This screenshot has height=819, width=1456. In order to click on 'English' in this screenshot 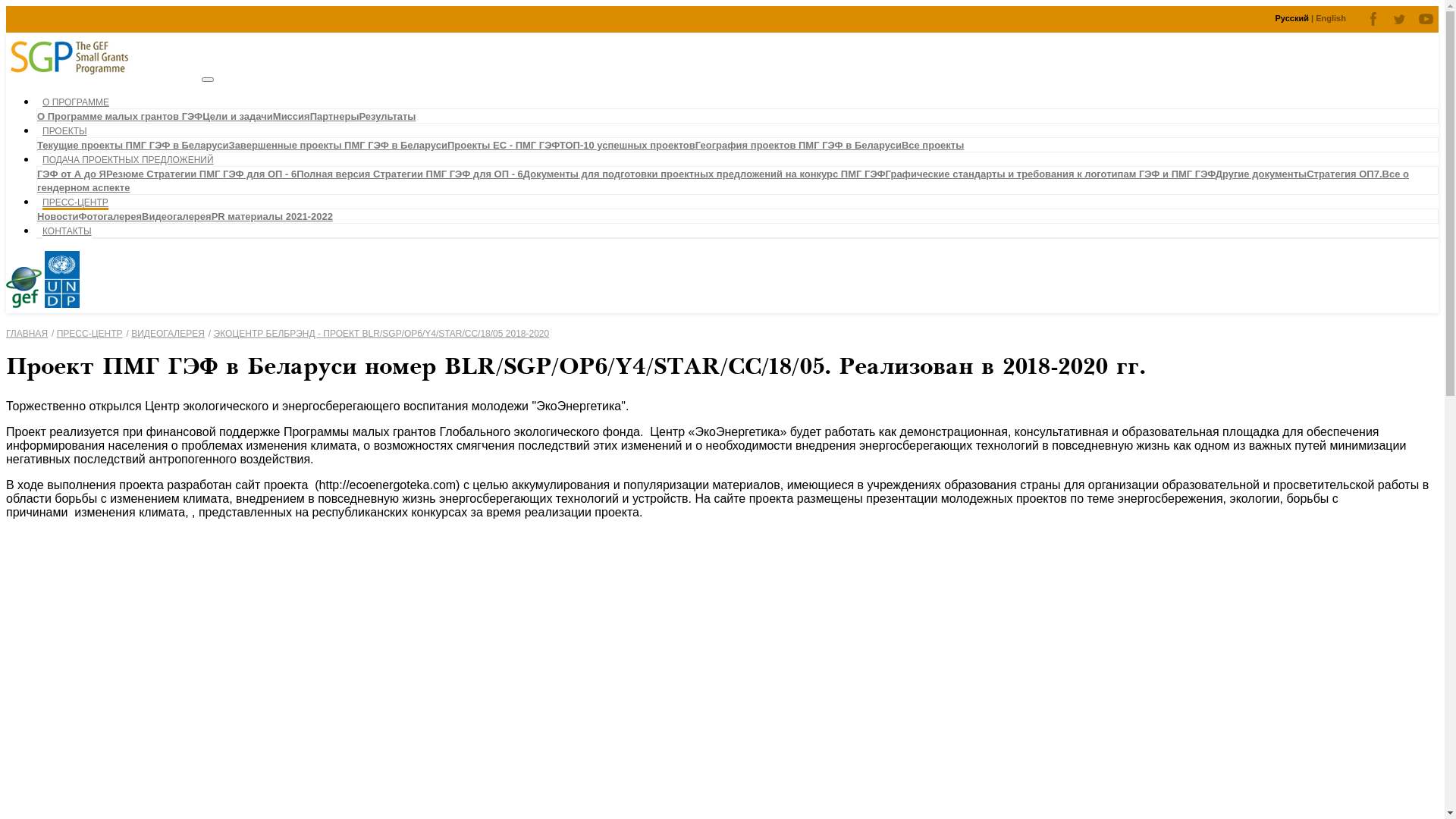, I will do `click(1330, 17)`.